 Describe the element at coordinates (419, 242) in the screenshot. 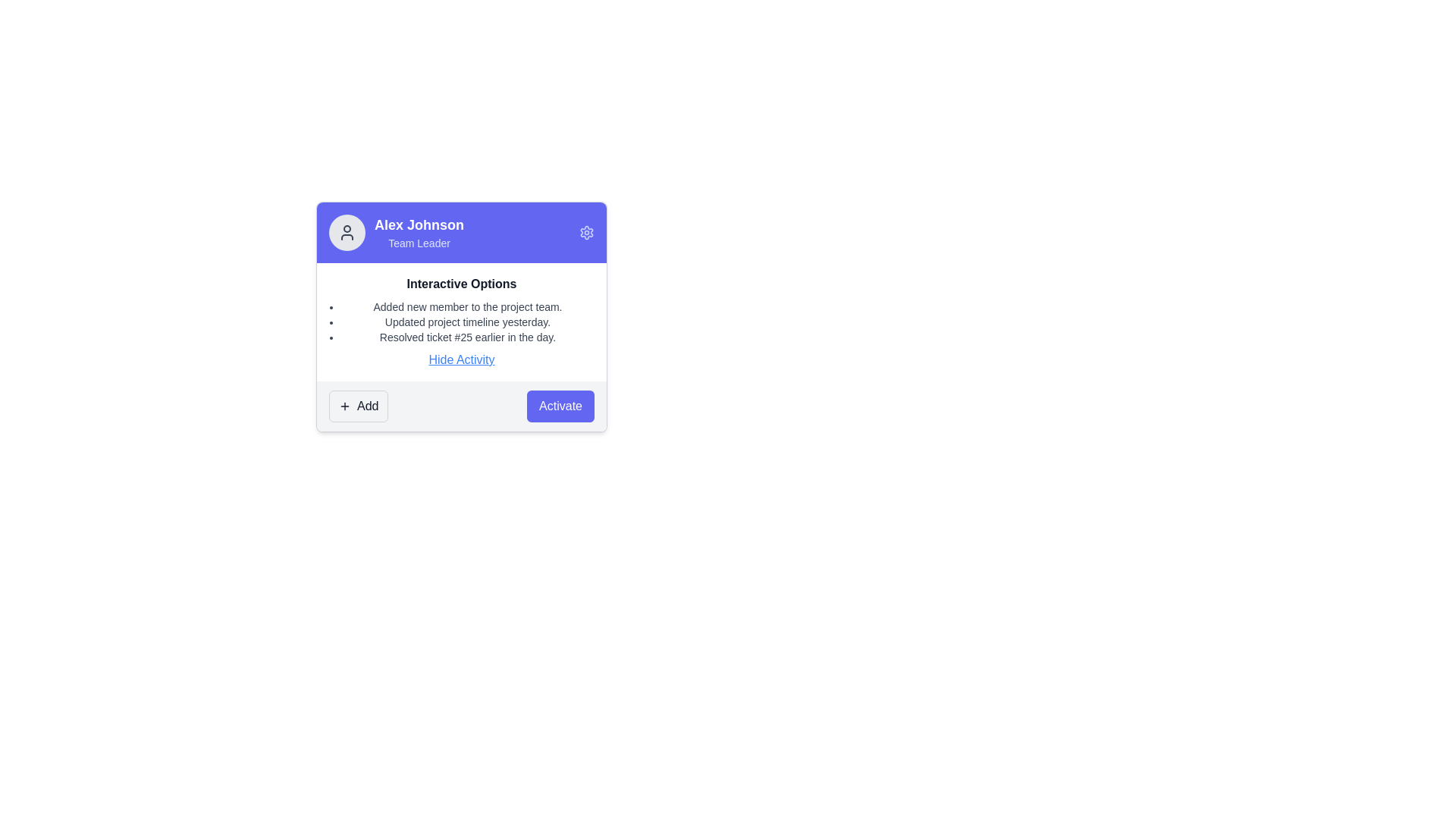

I see `text label displaying 'Team Leader' that is located directly below the name 'Alex Johnson' in the header layout of the card` at that location.